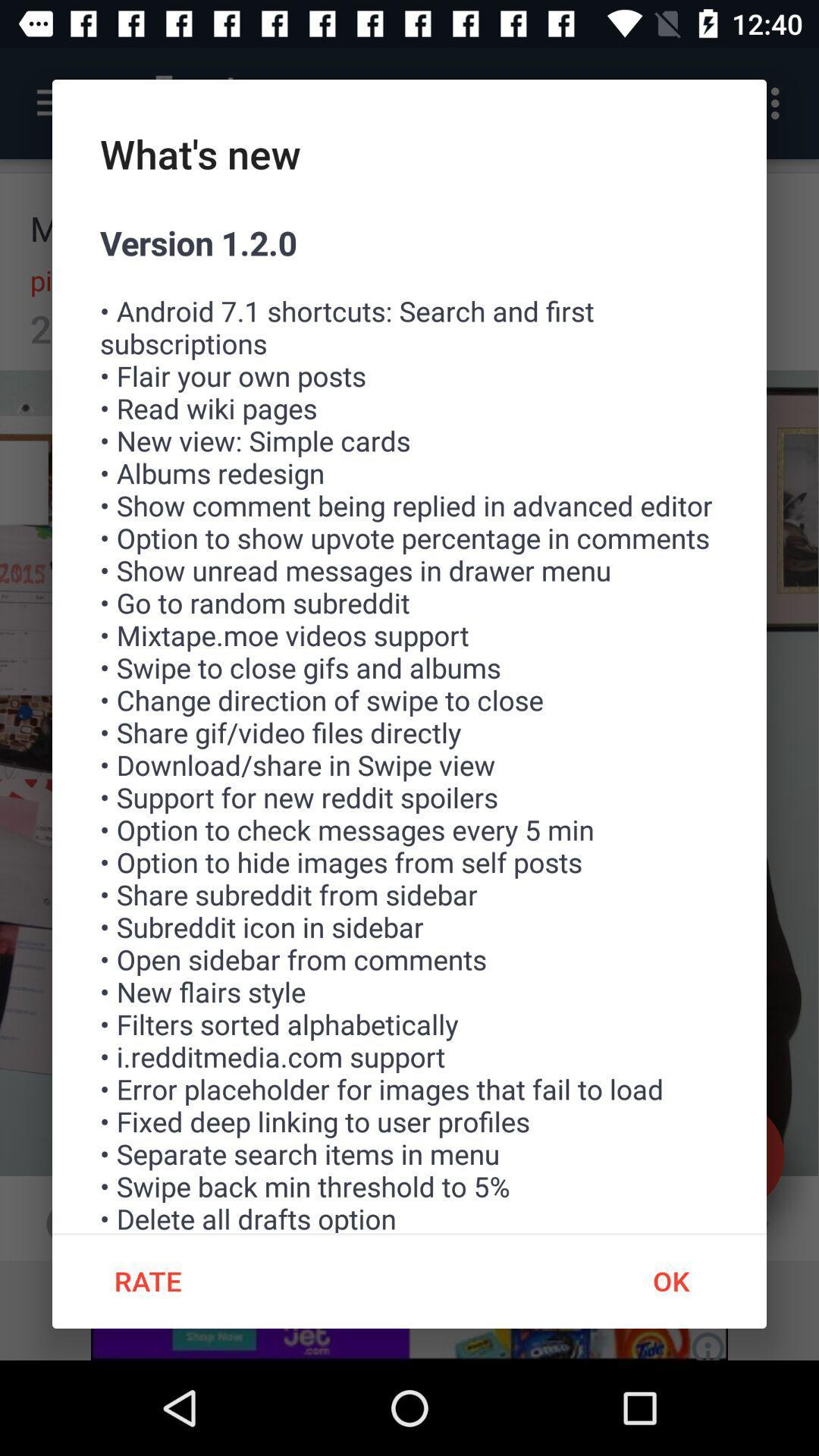 This screenshot has width=819, height=1456. Describe the element at coordinates (409, 726) in the screenshot. I see `item above rate icon` at that location.